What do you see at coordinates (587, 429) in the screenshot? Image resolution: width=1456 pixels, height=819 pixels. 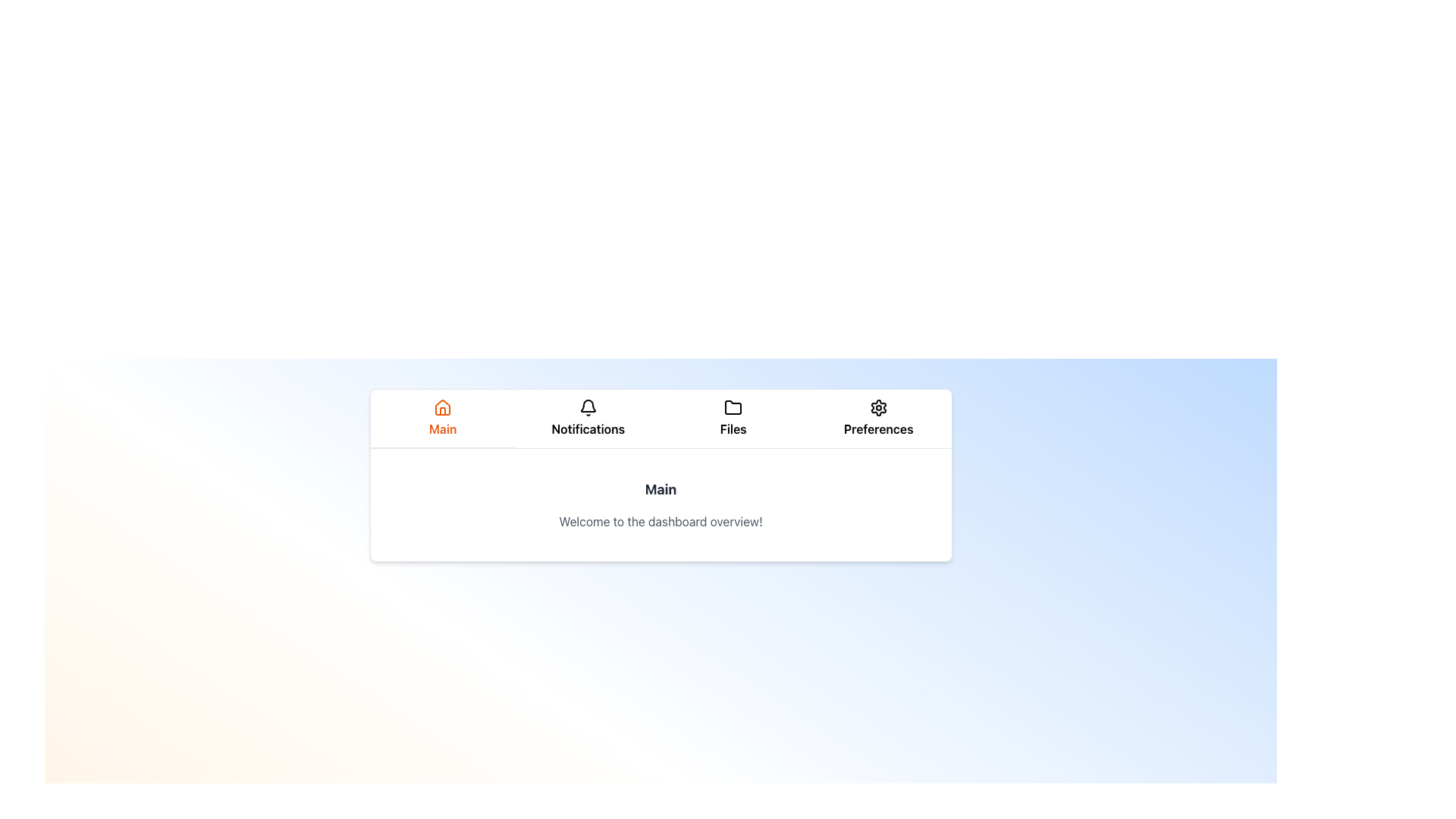 I see `the 'Notifications' text label located in the horizontal navigation bar, positioned below the bell icon` at bounding box center [587, 429].